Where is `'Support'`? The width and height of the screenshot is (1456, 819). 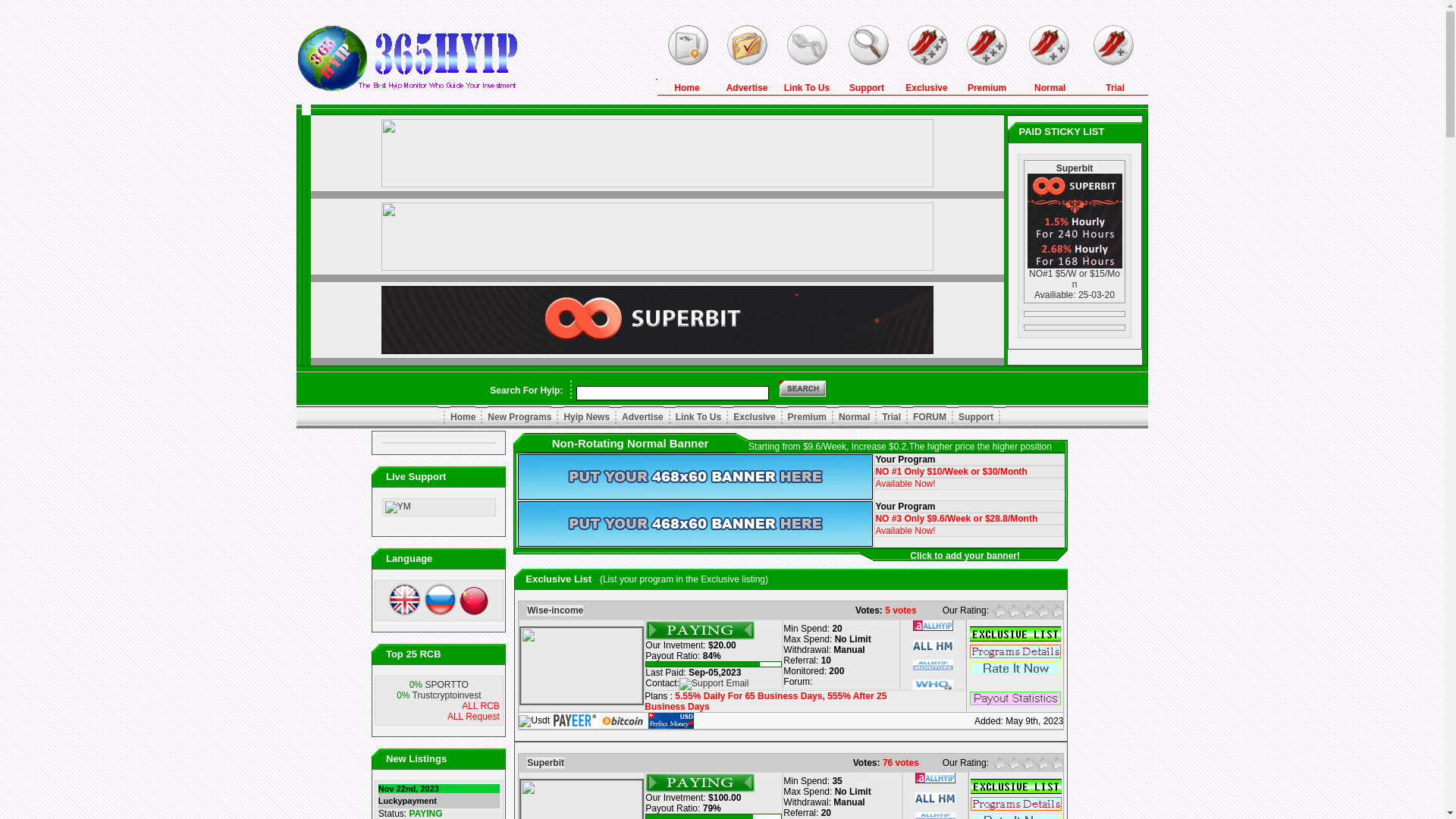 'Support' is located at coordinates (957, 417).